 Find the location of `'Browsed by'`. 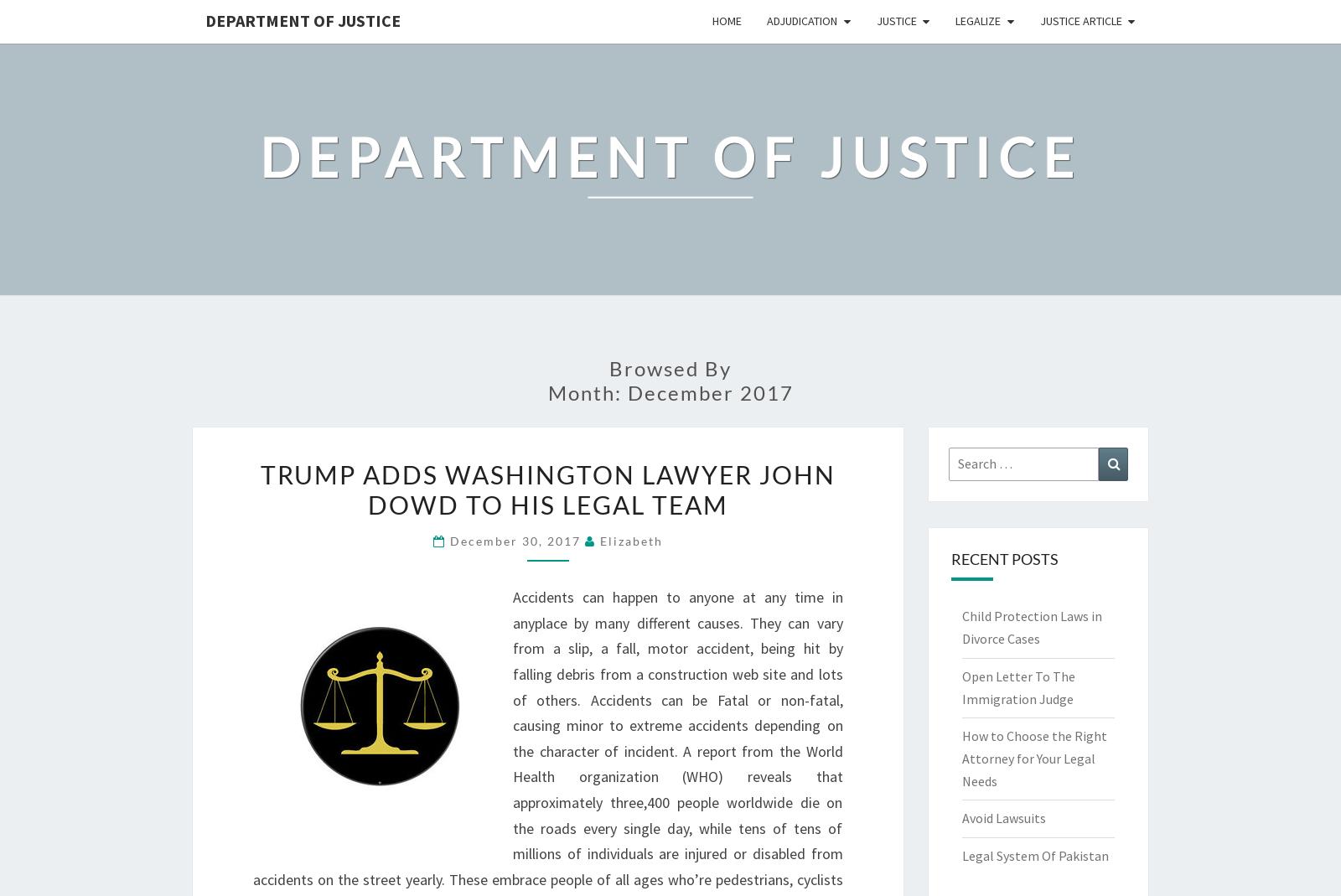

'Browsed by' is located at coordinates (670, 366).